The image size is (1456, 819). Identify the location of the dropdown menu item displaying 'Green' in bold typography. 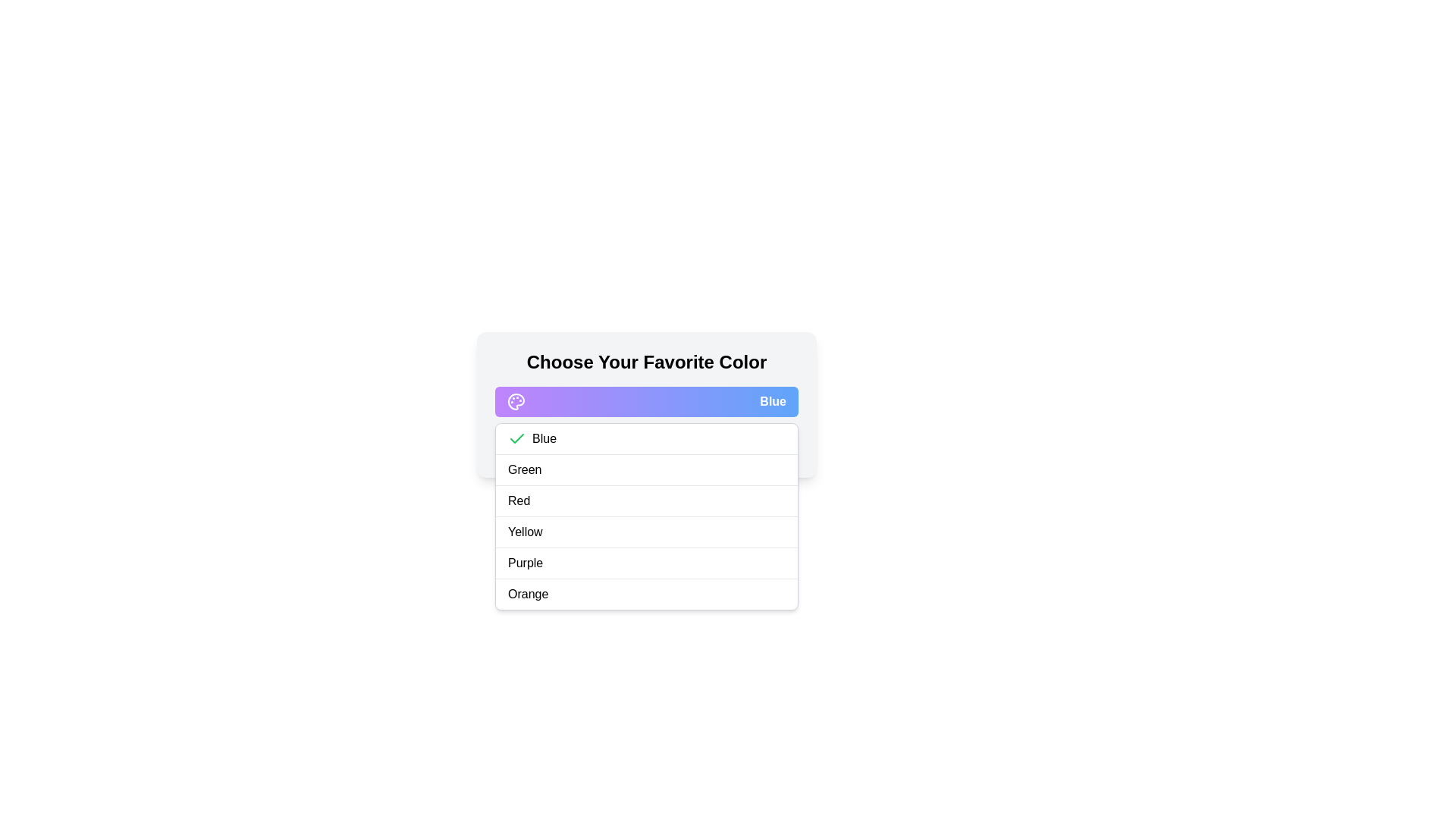
(647, 469).